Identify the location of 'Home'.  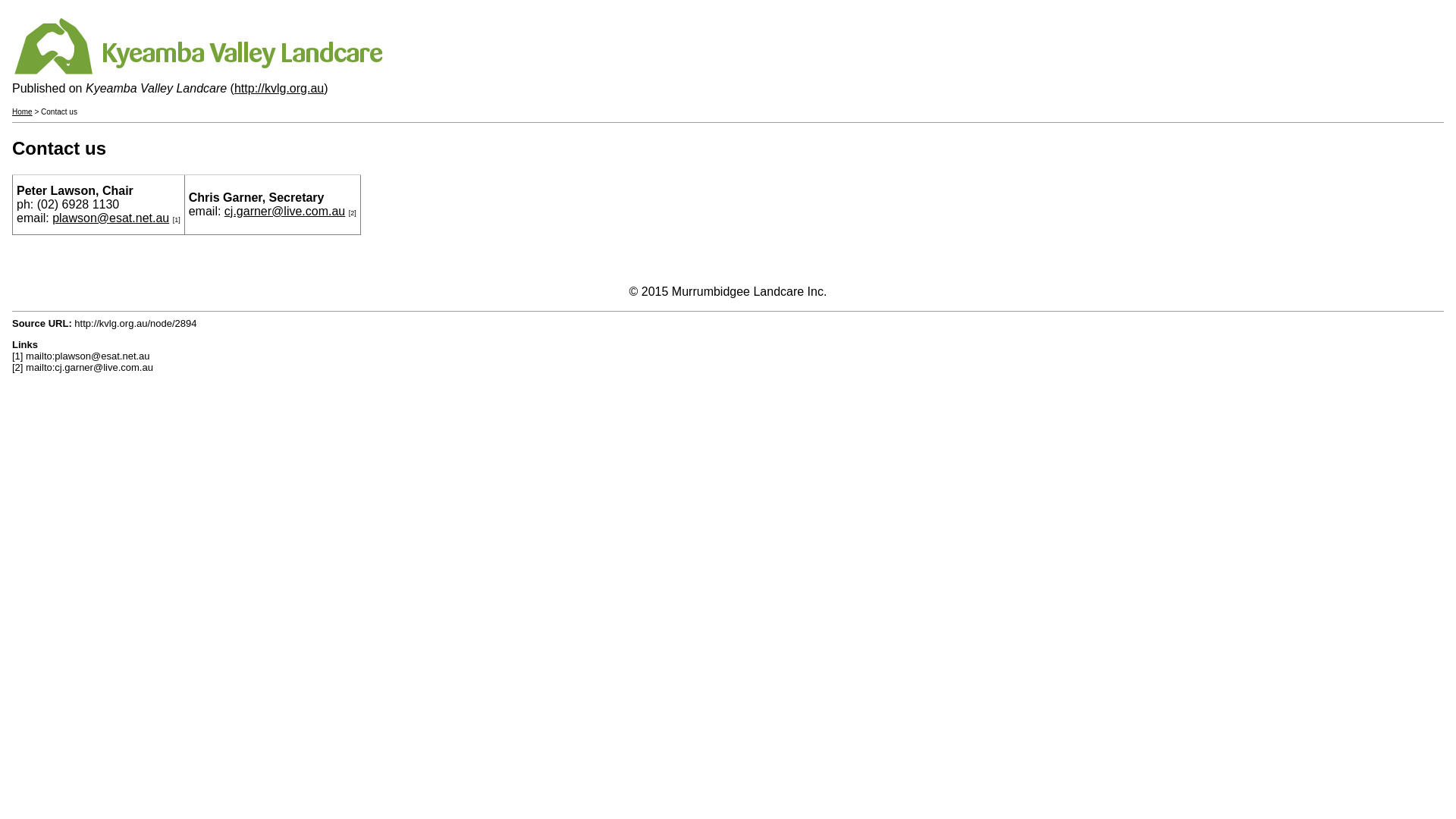
(22, 111).